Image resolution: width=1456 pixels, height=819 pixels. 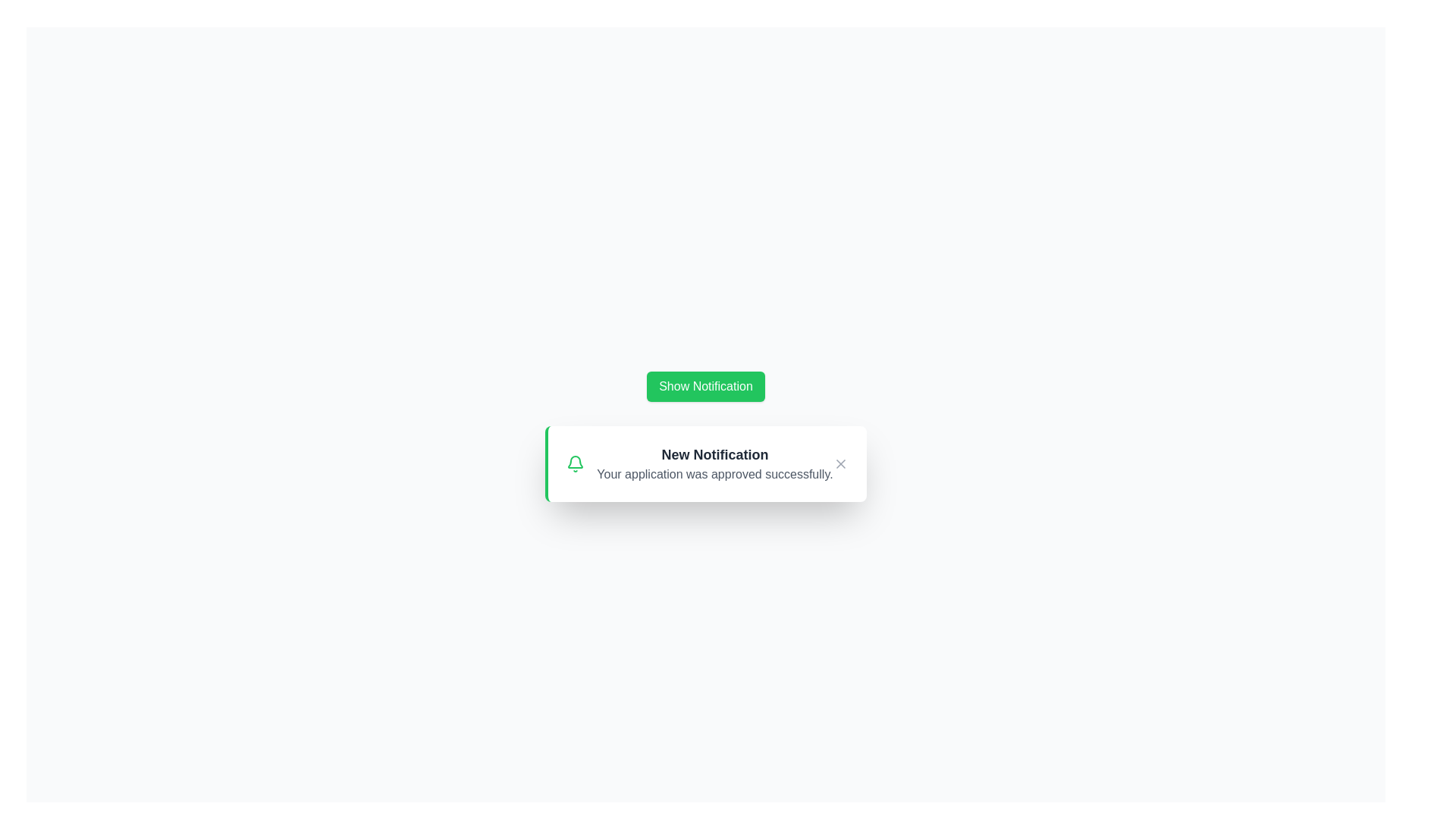 I want to click on text content of the notification indicating the successful approval of the user's application, which is positioned as the second line beneath the title 'New Notification', so click(x=714, y=473).